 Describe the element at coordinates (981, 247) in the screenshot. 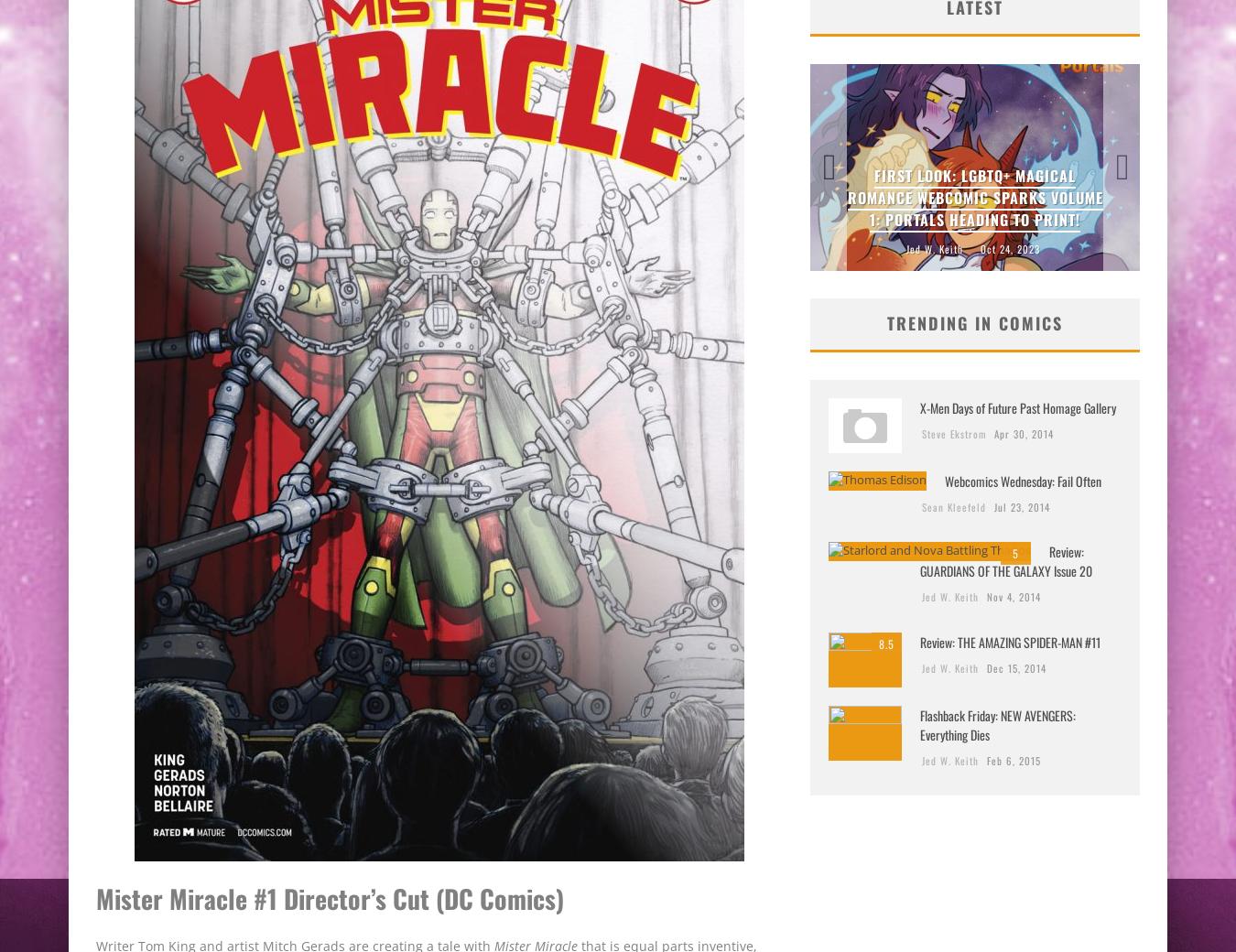

I see `'Nov 3, 2023'` at that location.